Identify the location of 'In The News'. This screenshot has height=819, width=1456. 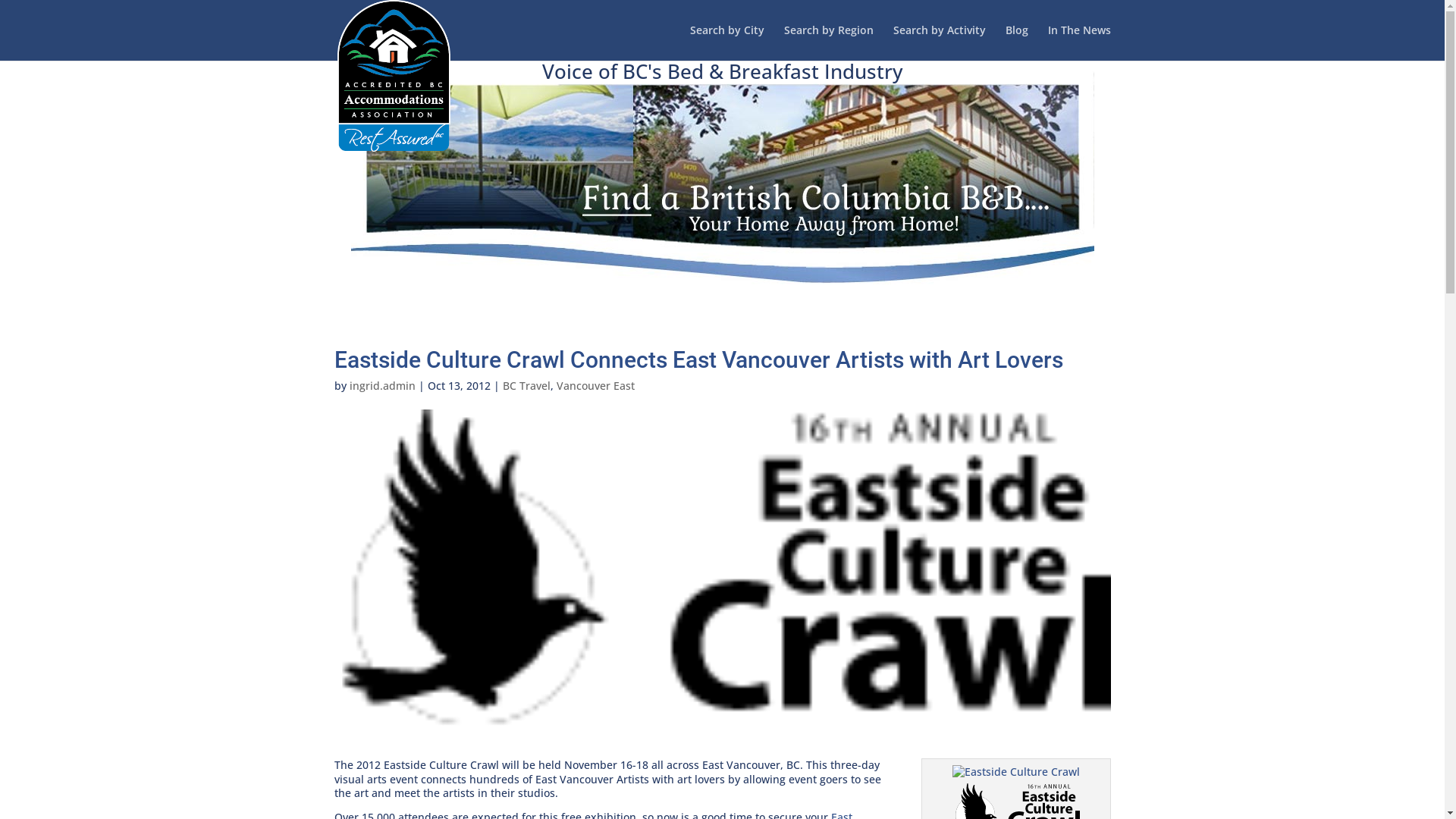
(1078, 42).